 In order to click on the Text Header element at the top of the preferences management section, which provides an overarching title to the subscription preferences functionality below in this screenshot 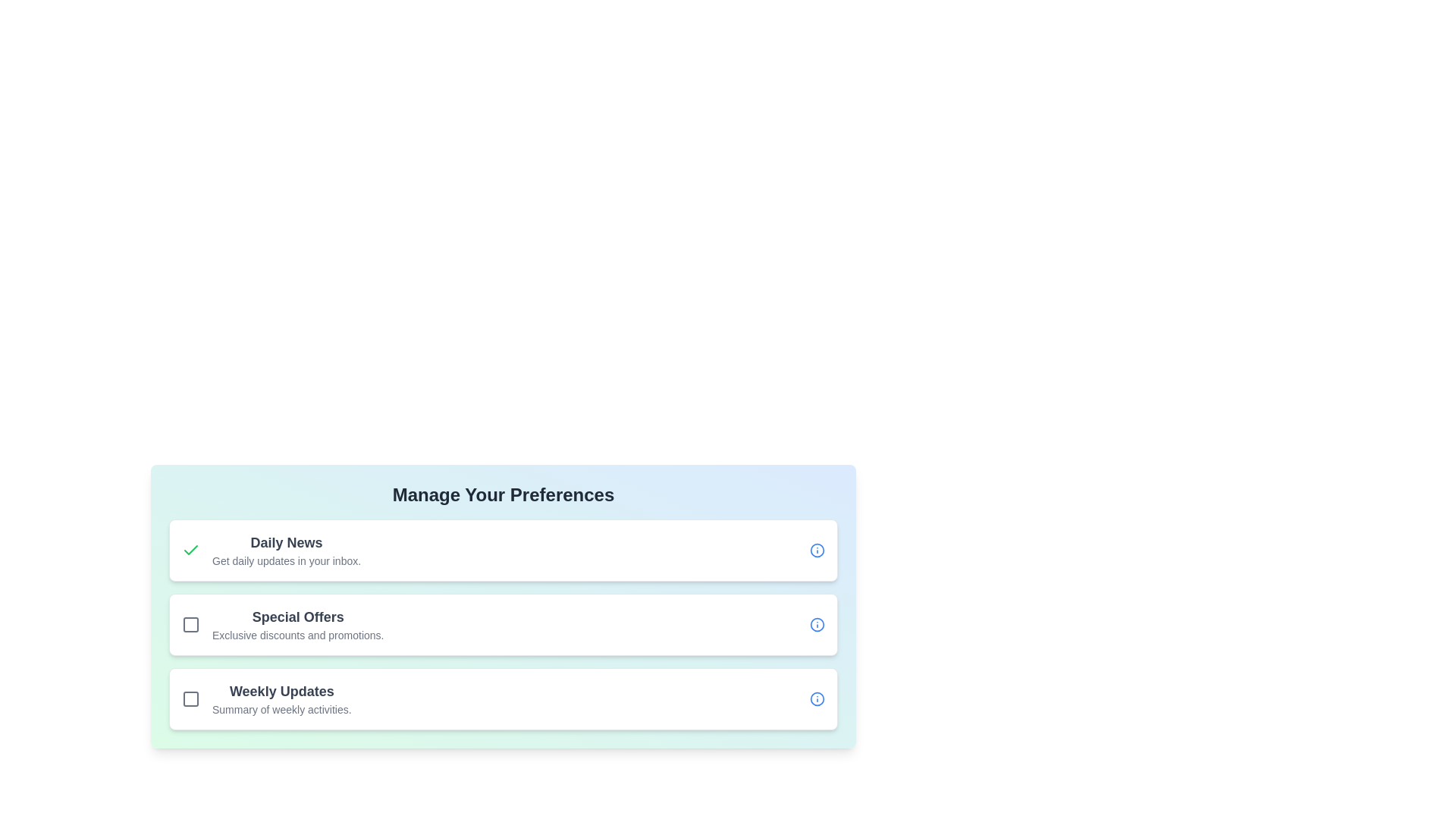, I will do `click(503, 494)`.